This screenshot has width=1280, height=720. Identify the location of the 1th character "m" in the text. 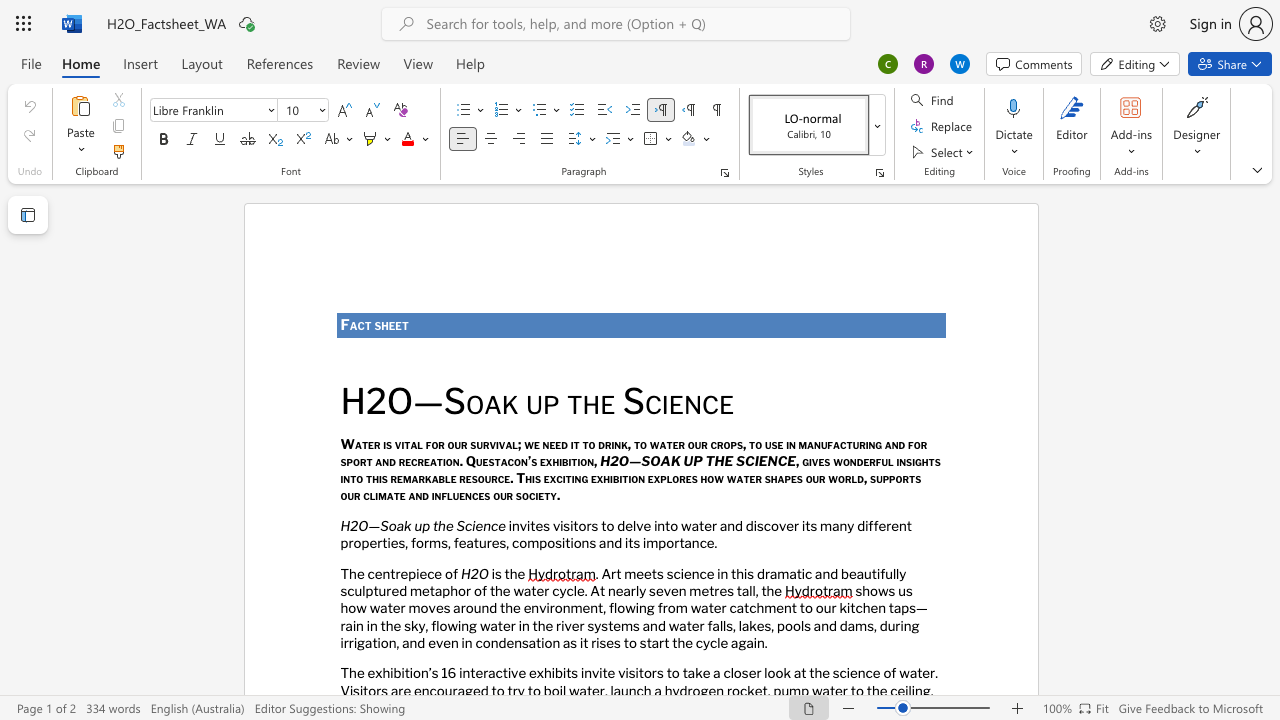
(413, 607).